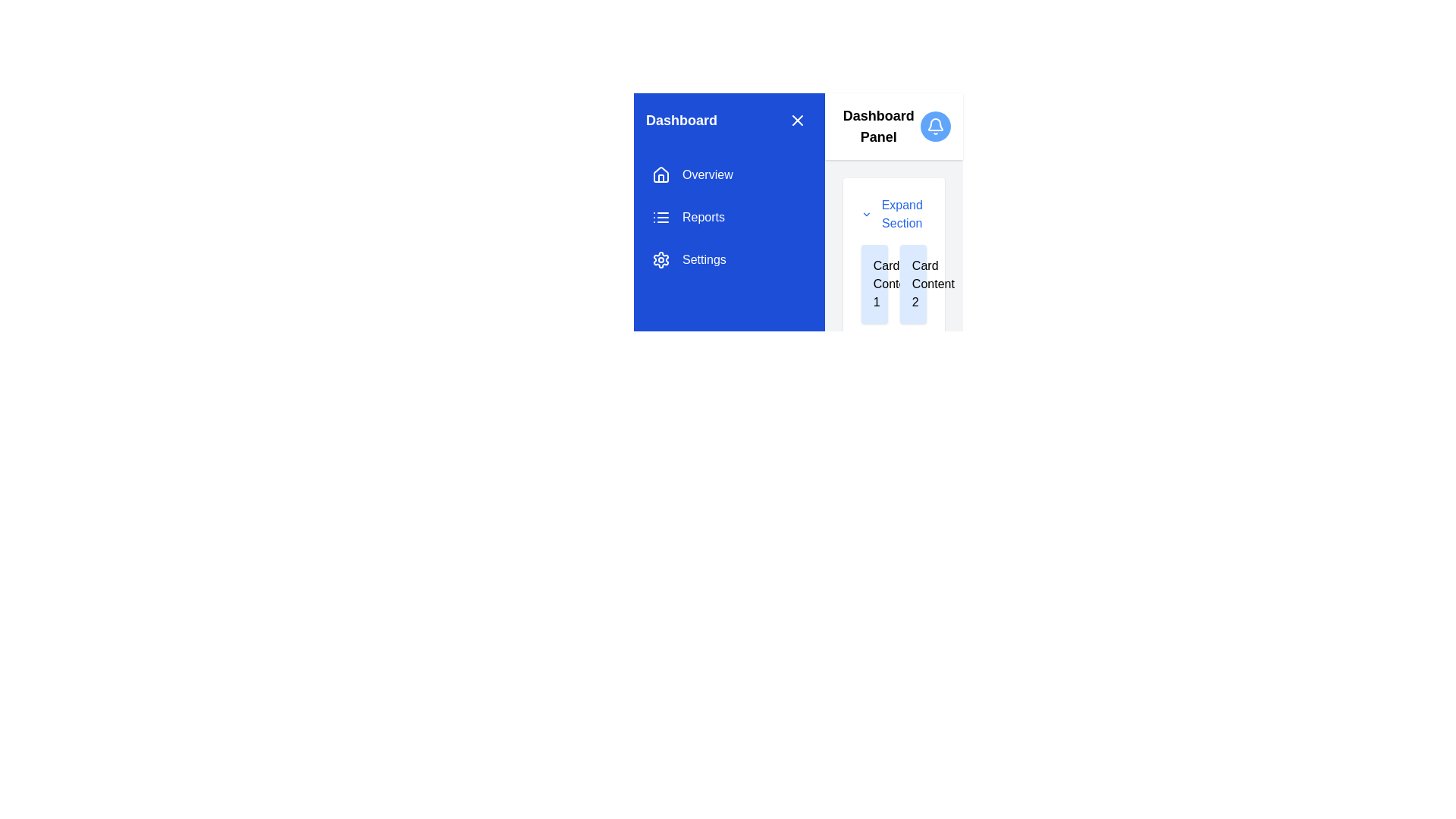  I want to click on the close action icon, represented by an 'X' shaped icon in white over a blue background, located at the top-right corner of the blue sidebar, so click(796, 119).